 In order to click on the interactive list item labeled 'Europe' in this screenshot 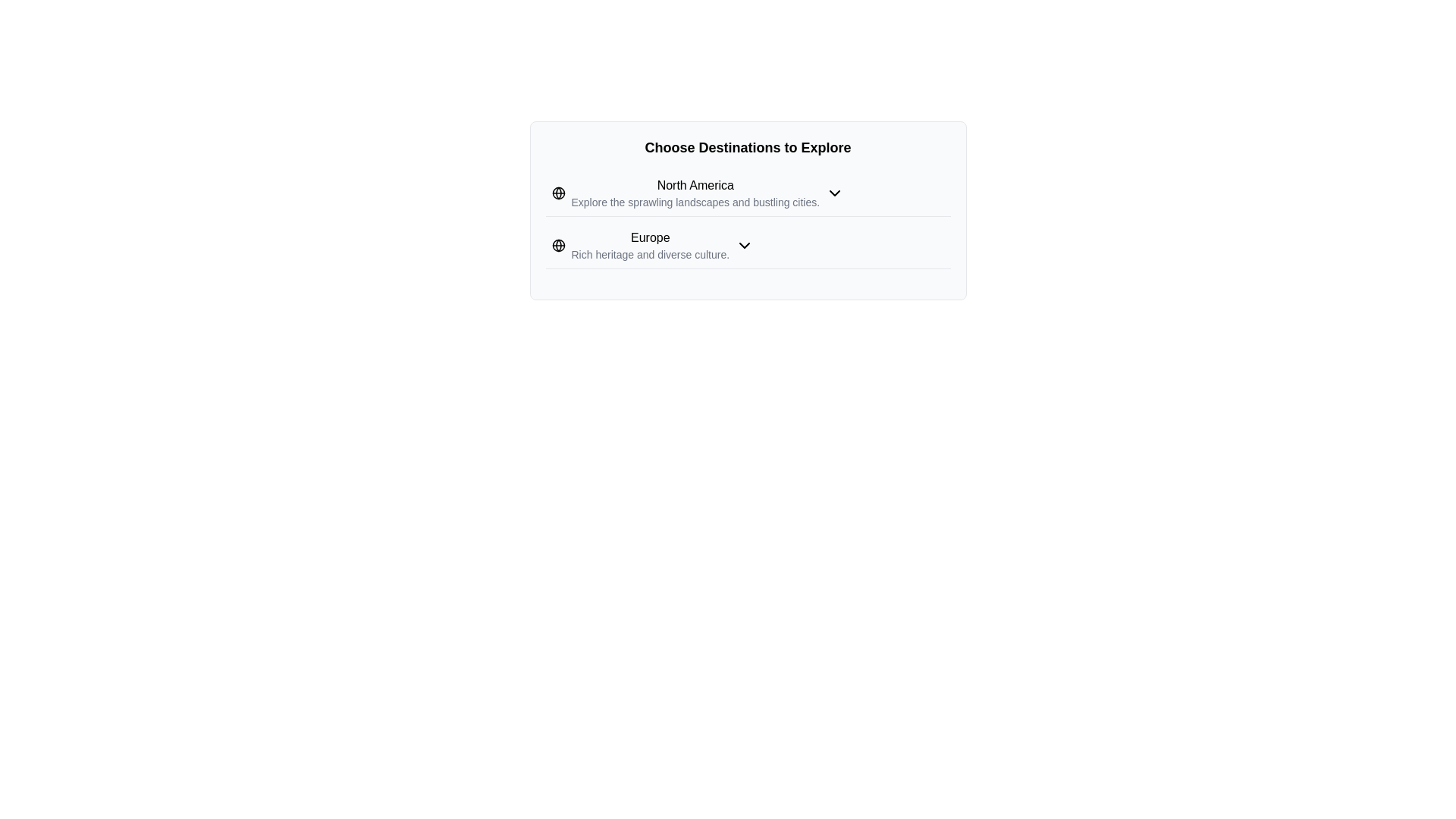, I will do `click(748, 245)`.